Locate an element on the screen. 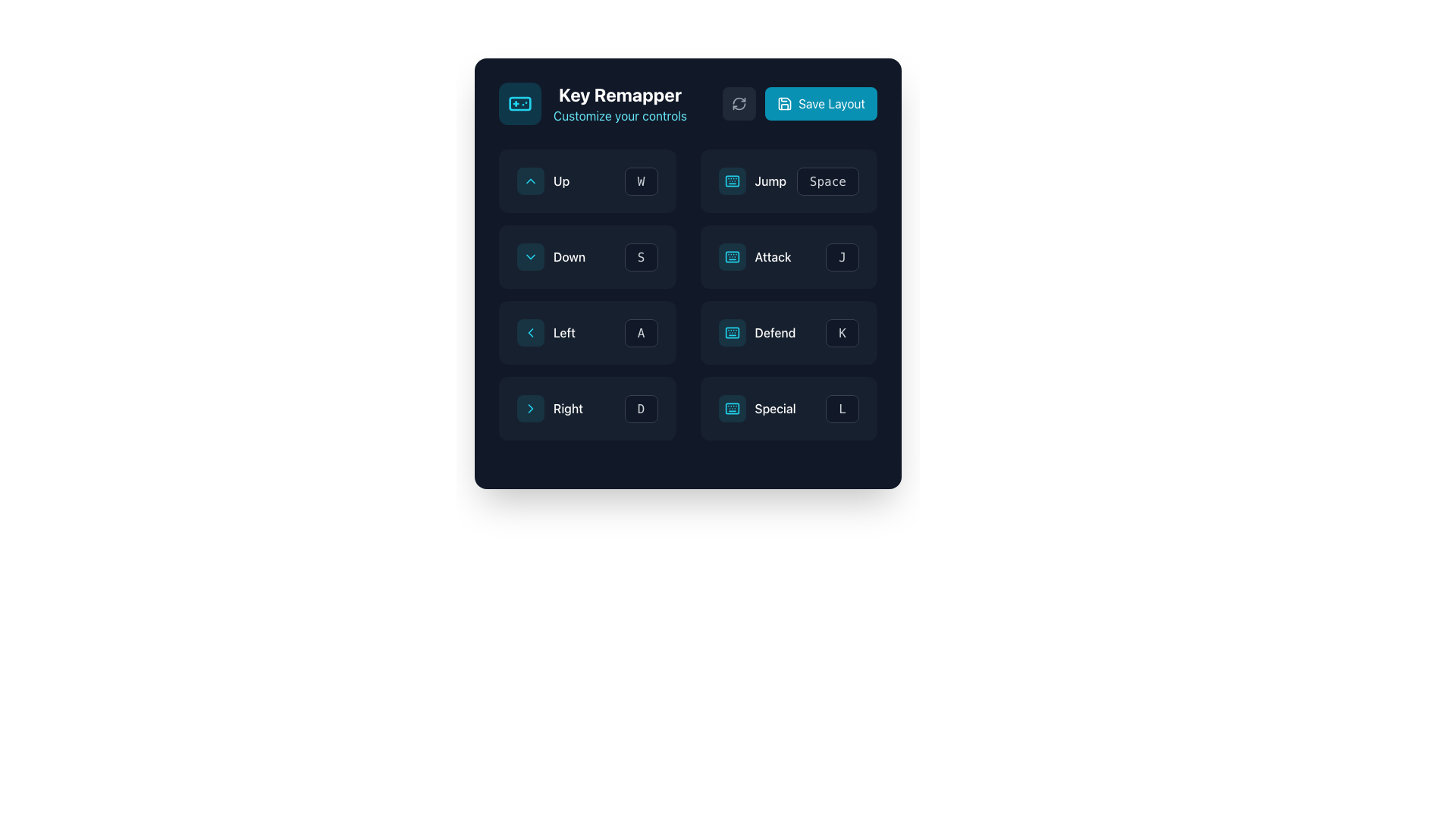 The width and height of the screenshot is (1456, 819). the 'Attack' text-label with keyboard icon and key indicator is located at coordinates (789, 256).